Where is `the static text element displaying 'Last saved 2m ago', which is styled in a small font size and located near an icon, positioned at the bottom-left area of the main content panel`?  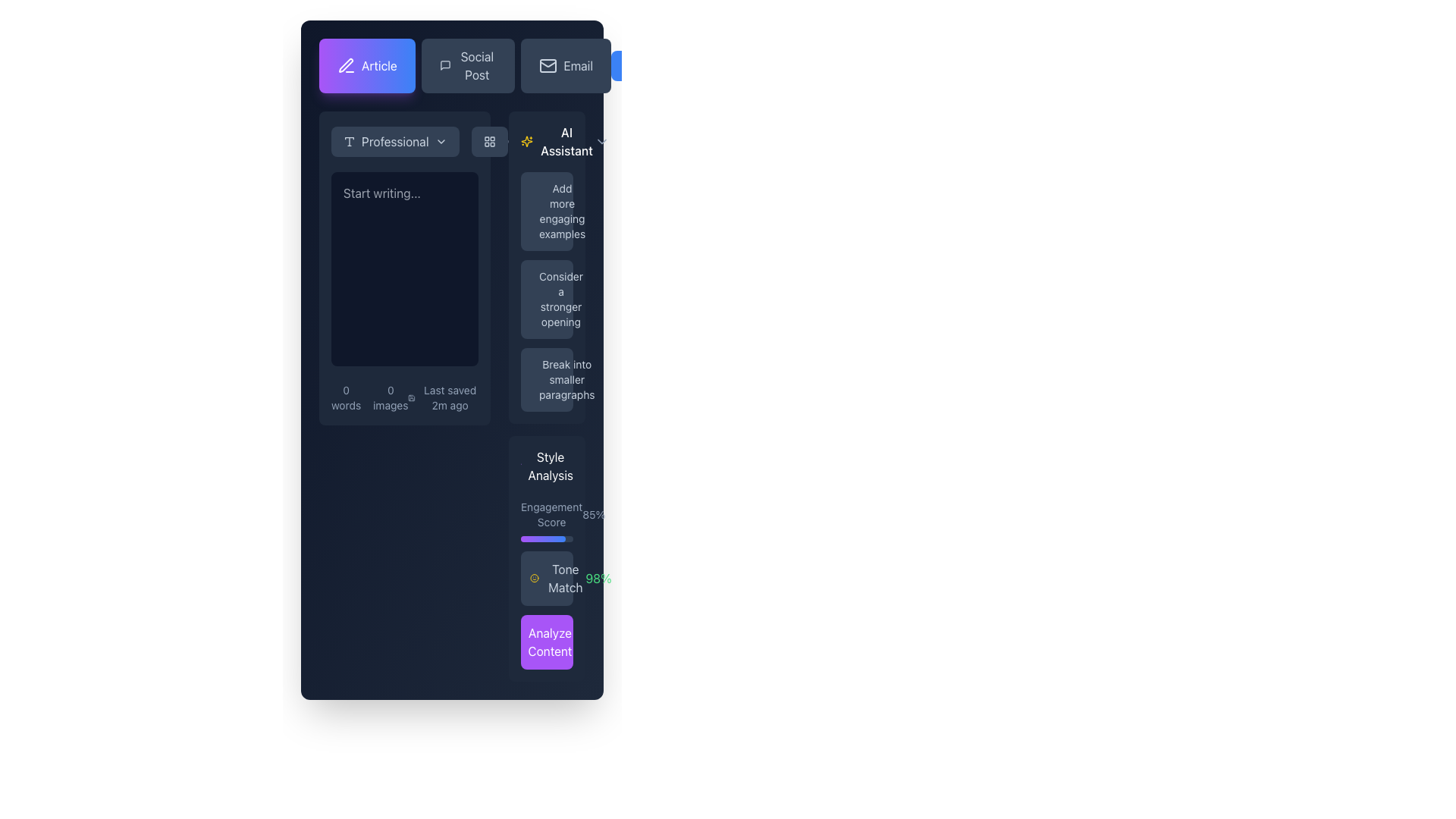 the static text element displaying 'Last saved 2m ago', which is styled in a small font size and located near an icon, positioned at the bottom-left area of the main content panel is located at coordinates (442, 397).